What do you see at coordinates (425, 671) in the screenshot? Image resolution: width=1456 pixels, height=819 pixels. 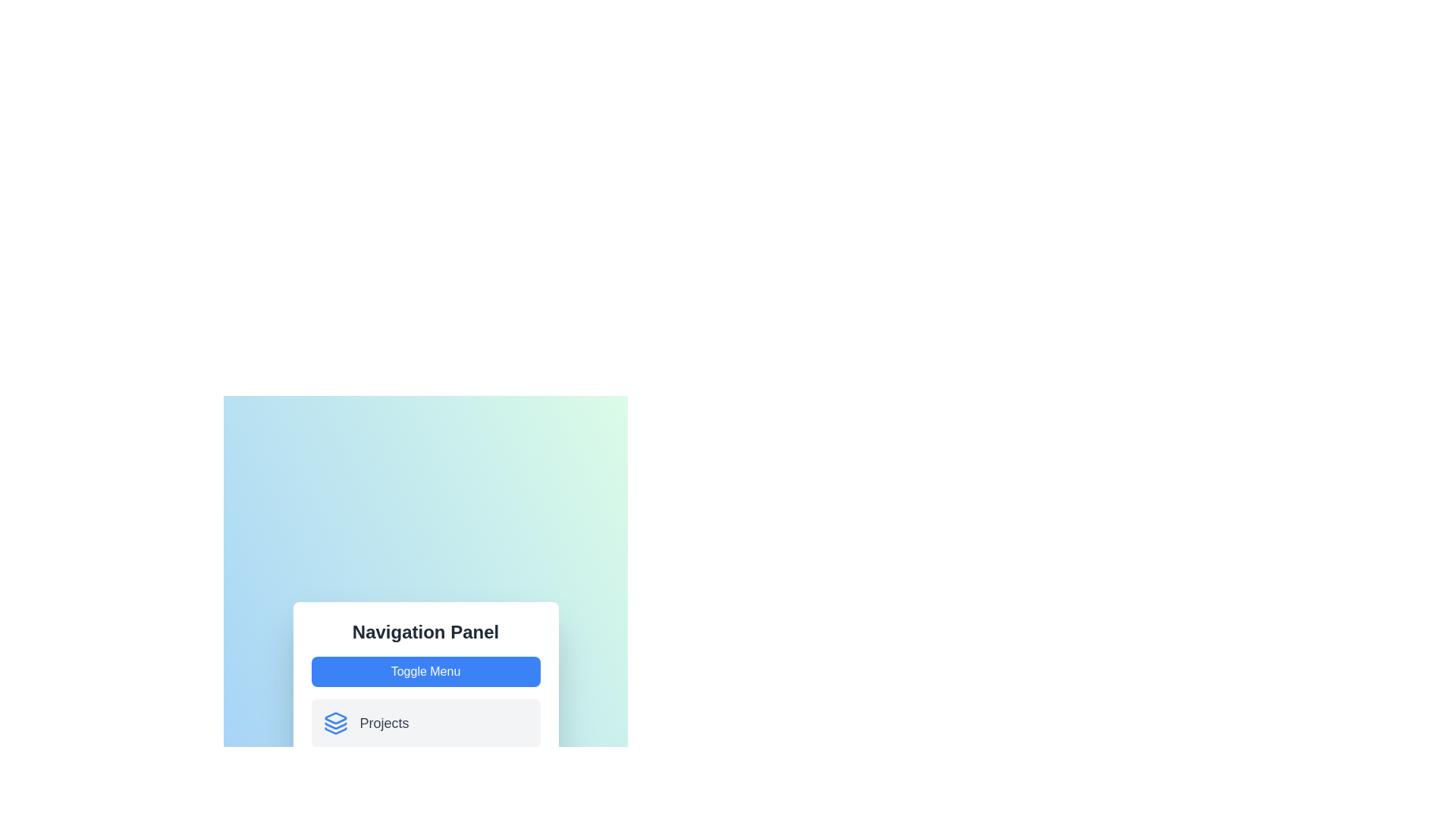 I see `'Toggle Menu' button to toggle the menu visibility` at bounding box center [425, 671].